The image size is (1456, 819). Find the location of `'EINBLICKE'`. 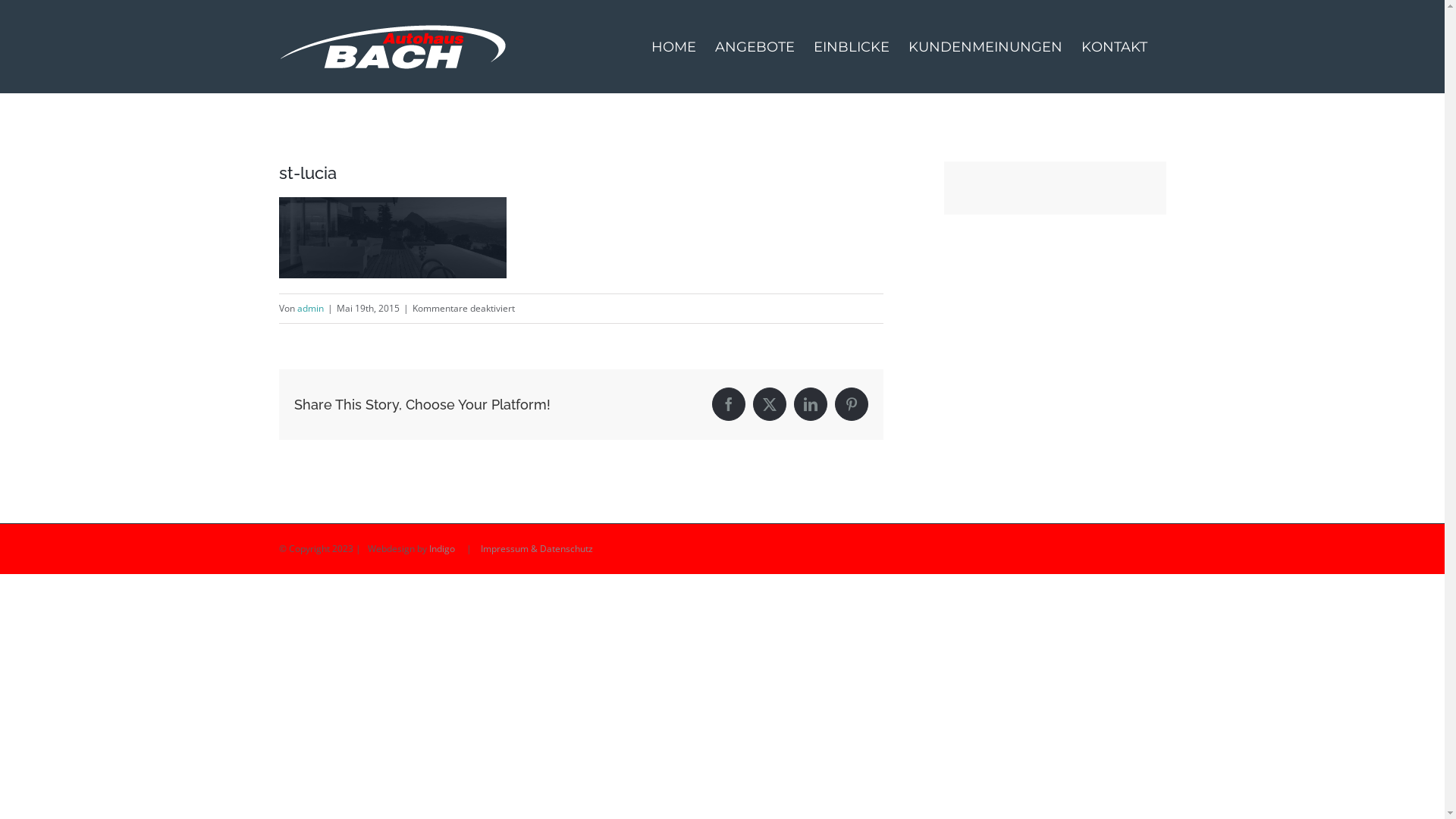

'EINBLICKE' is located at coordinates (851, 45).